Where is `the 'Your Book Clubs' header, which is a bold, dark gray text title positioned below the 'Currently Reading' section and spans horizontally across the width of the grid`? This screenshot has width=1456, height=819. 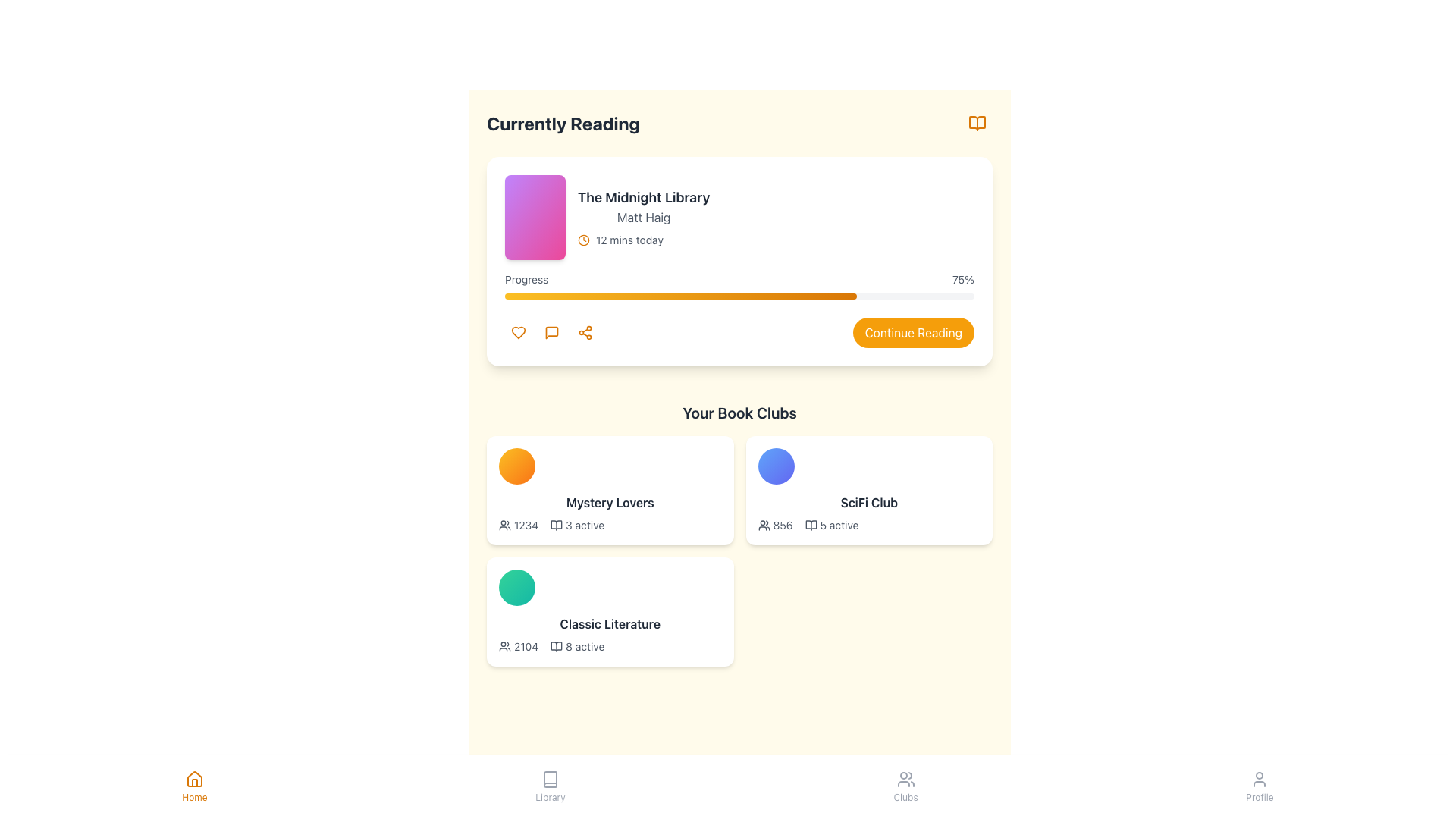
the 'Your Book Clubs' header, which is a bold, dark gray text title positioned below the 'Currently Reading' section and spans horizontally across the width of the grid is located at coordinates (739, 413).